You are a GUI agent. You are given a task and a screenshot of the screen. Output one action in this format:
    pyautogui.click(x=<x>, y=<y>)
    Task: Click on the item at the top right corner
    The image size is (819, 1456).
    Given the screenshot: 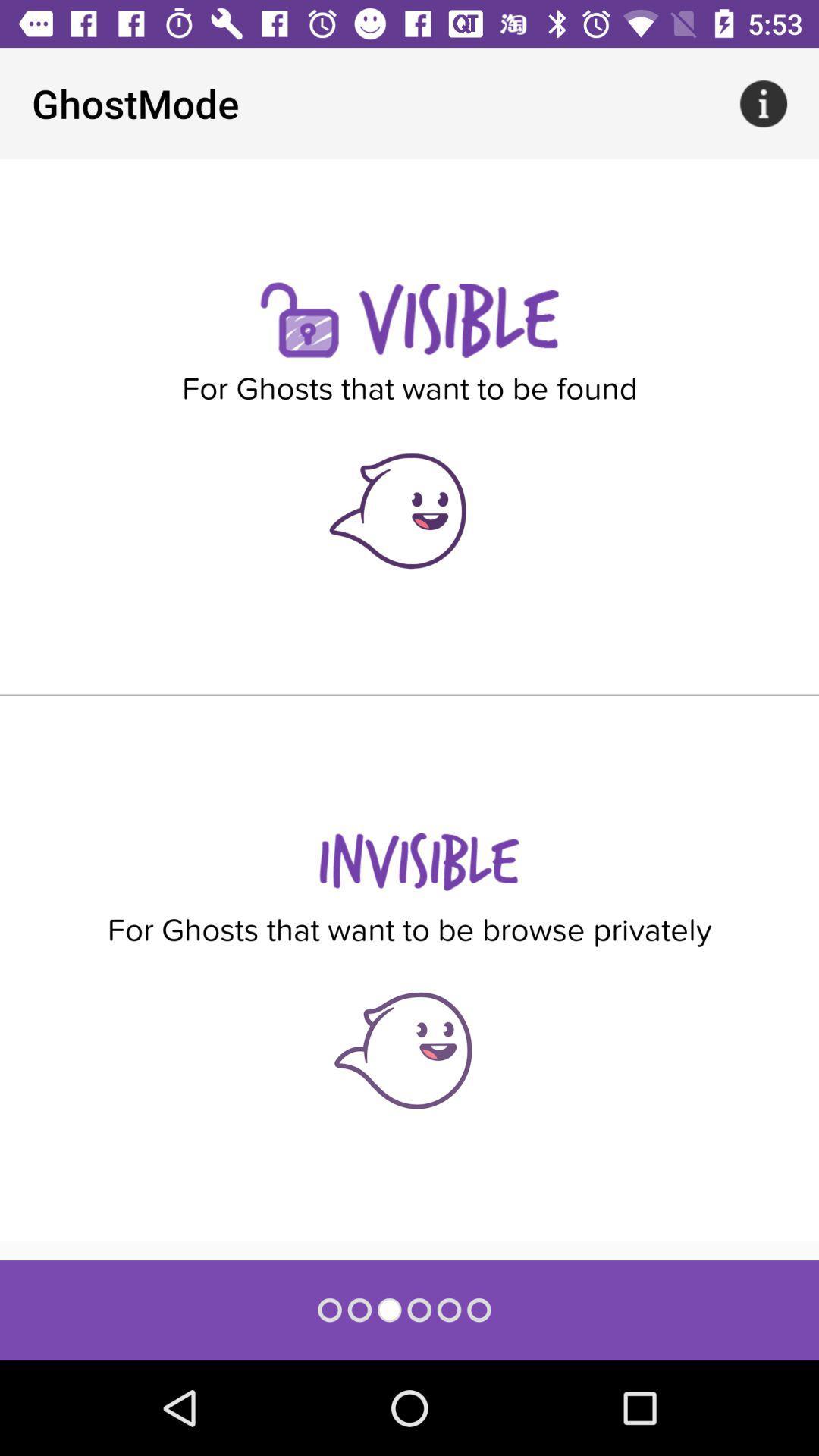 What is the action you would take?
    pyautogui.click(x=763, y=102)
    